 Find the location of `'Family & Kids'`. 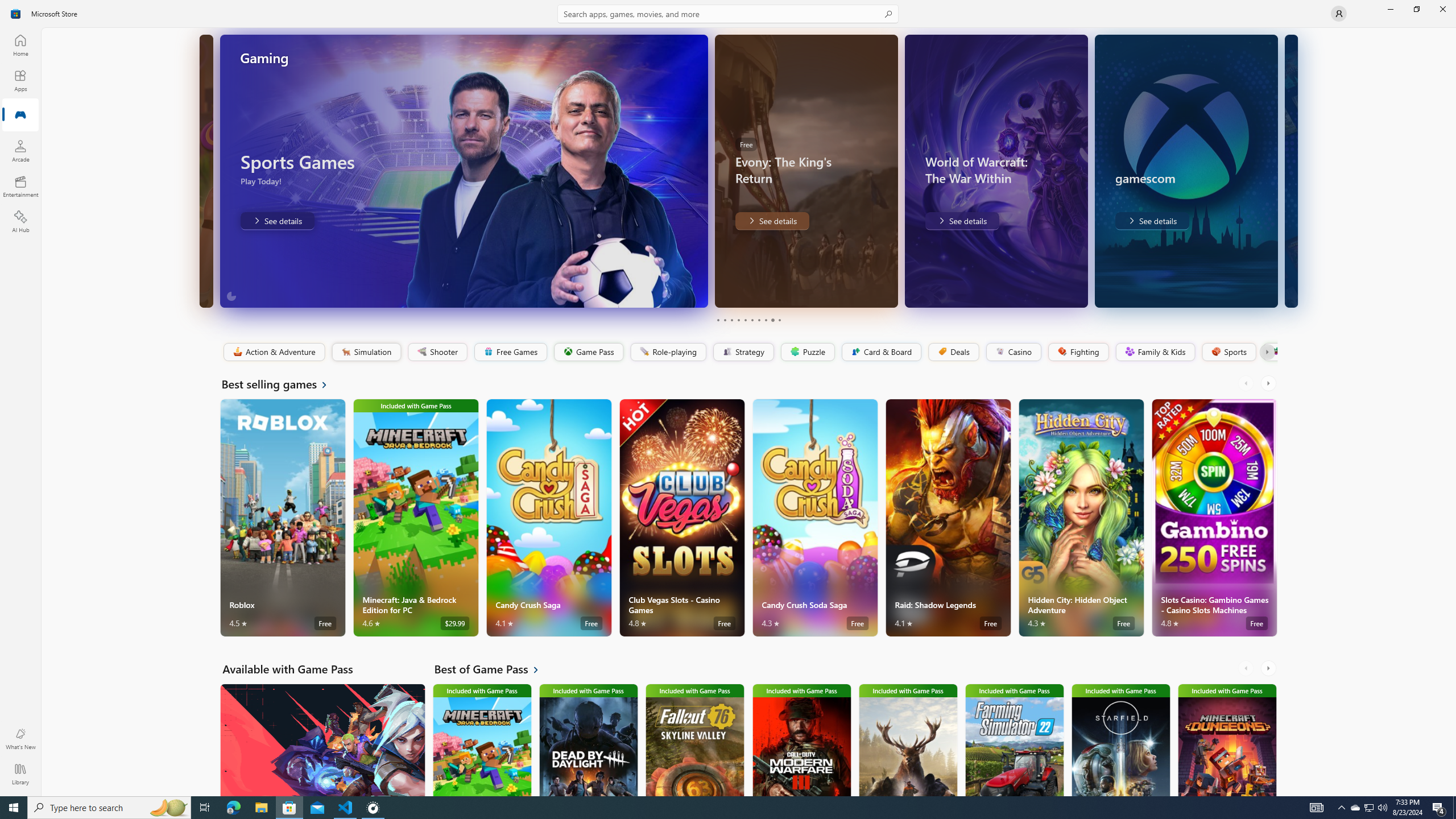

'Family & Kids' is located at coordinates (1155, 351).